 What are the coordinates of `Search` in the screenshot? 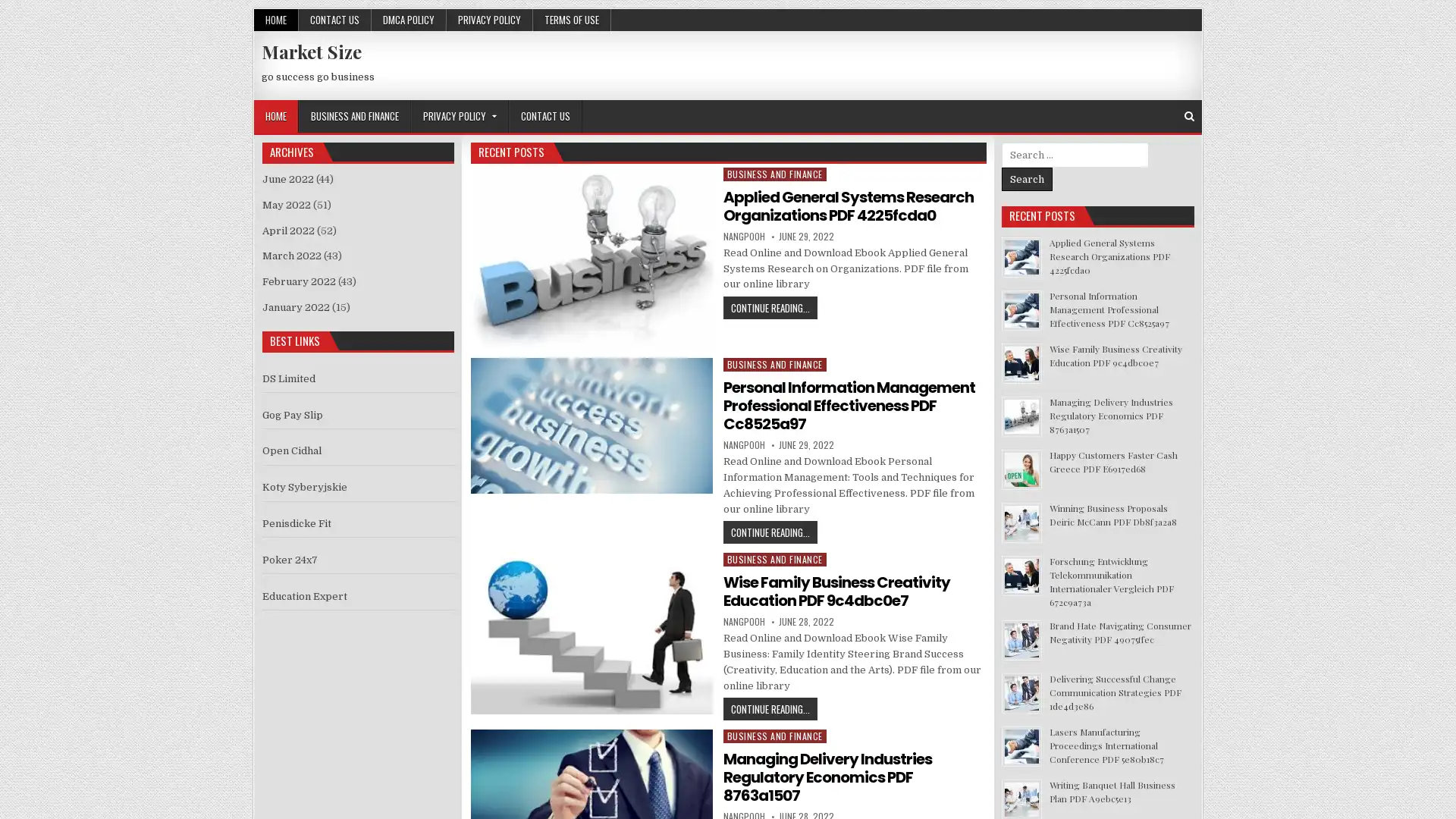 It's located at (1027, 178).